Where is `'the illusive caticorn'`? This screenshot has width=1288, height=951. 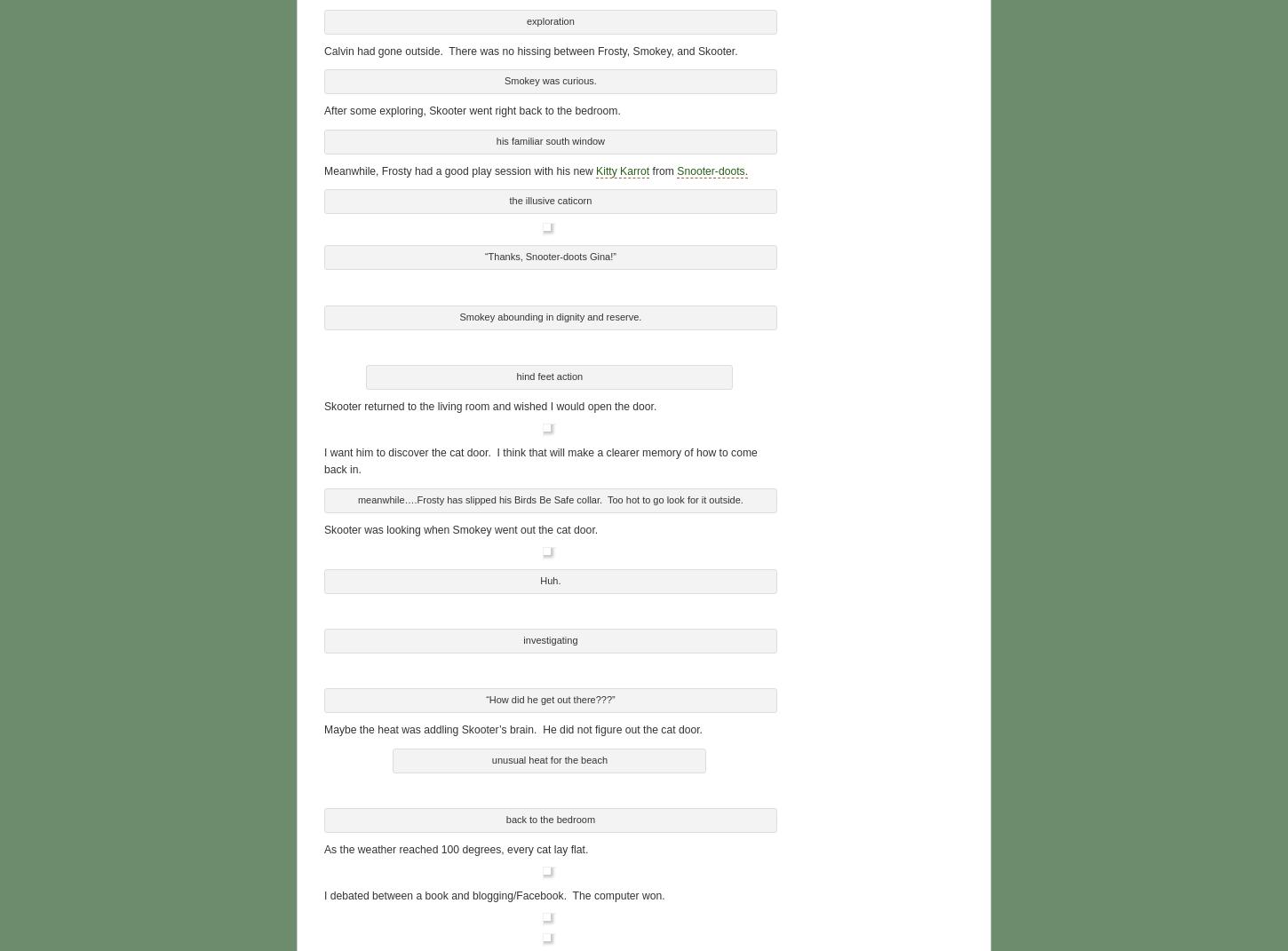 'the illusive caticorn' is located at coordinates (549, 198).